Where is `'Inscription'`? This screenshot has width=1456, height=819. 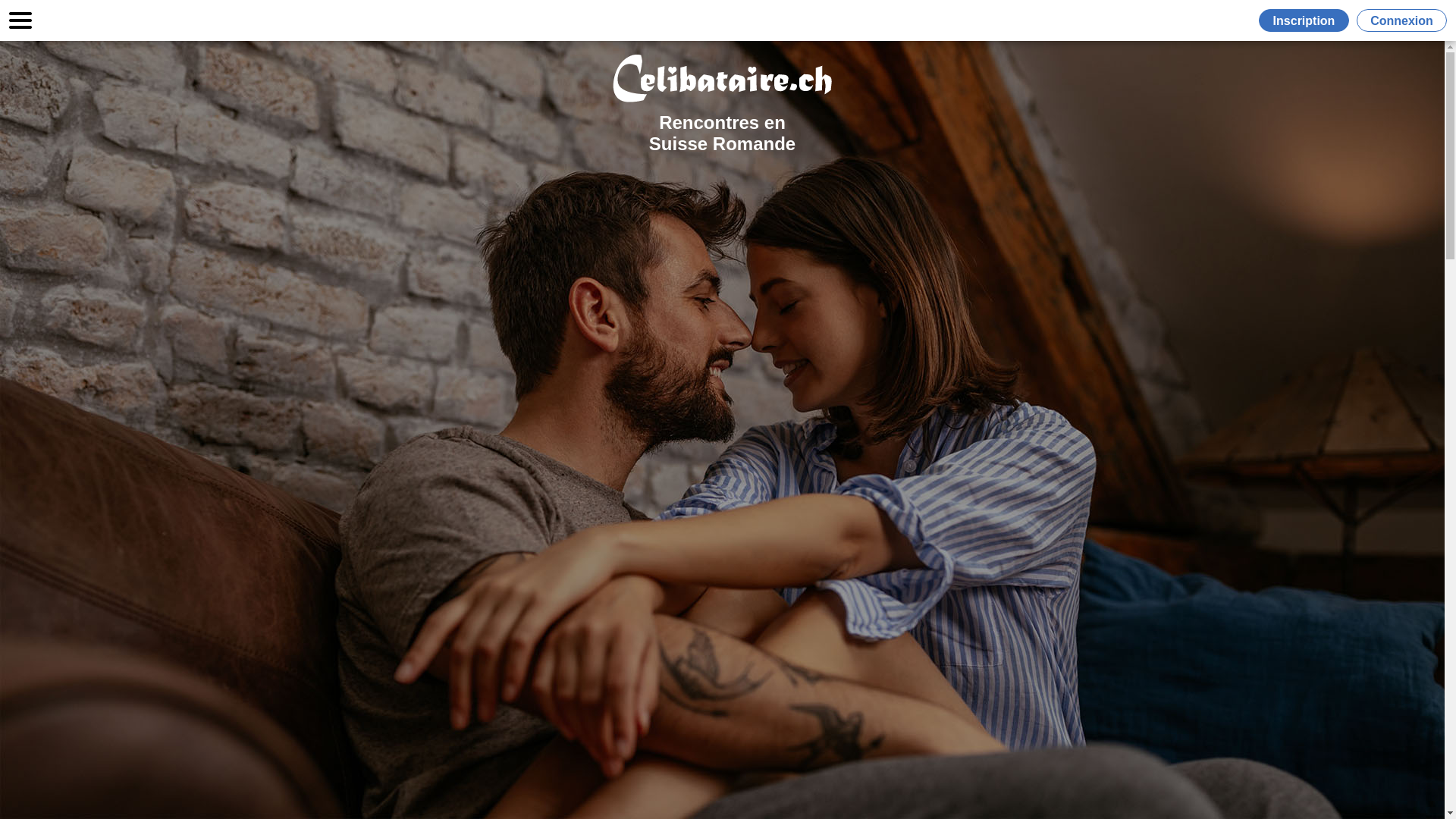
'Inscription' is located at coordinates (1307, 20).